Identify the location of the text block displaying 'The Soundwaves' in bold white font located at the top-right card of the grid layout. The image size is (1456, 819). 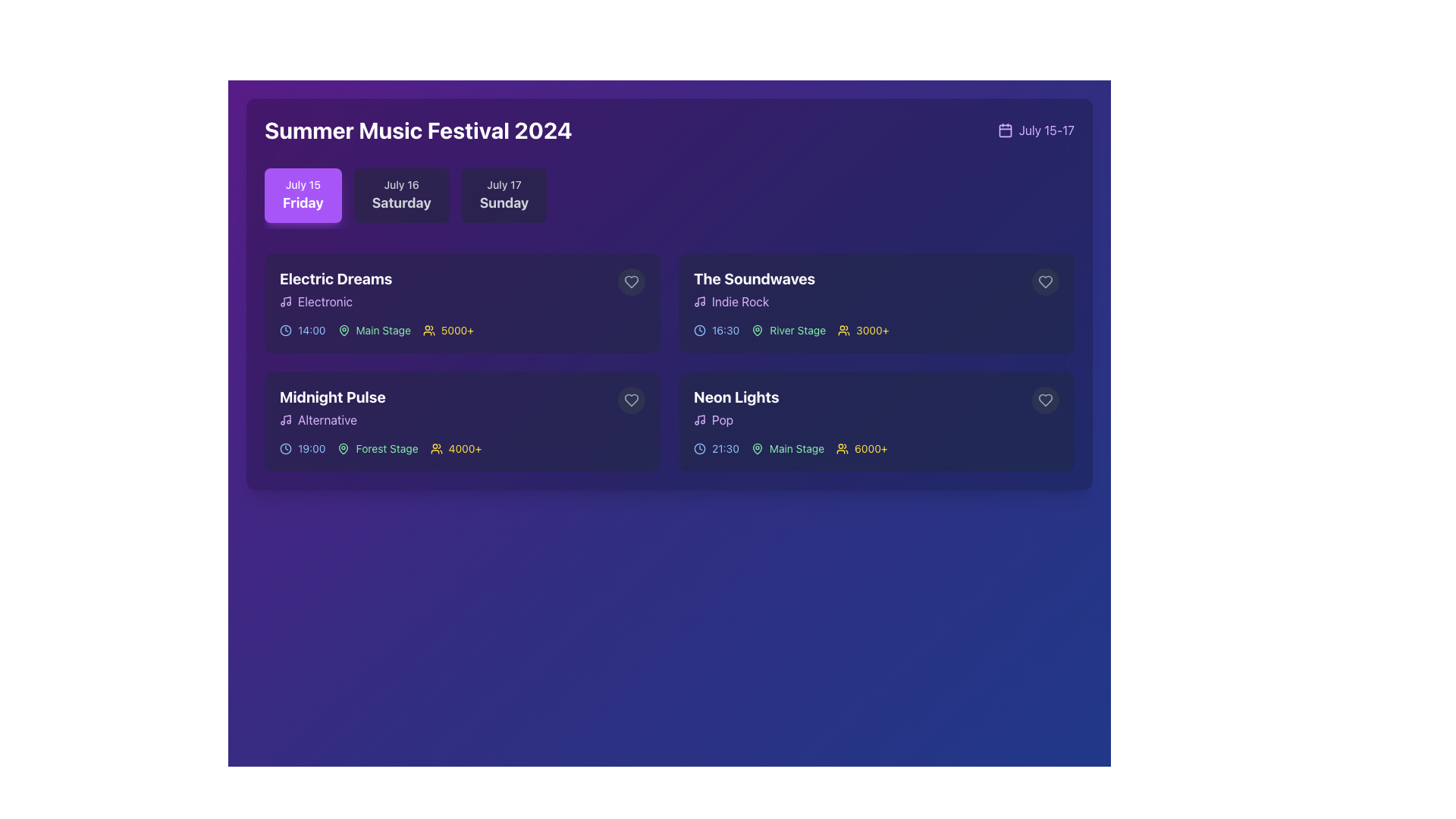
(755, 289).